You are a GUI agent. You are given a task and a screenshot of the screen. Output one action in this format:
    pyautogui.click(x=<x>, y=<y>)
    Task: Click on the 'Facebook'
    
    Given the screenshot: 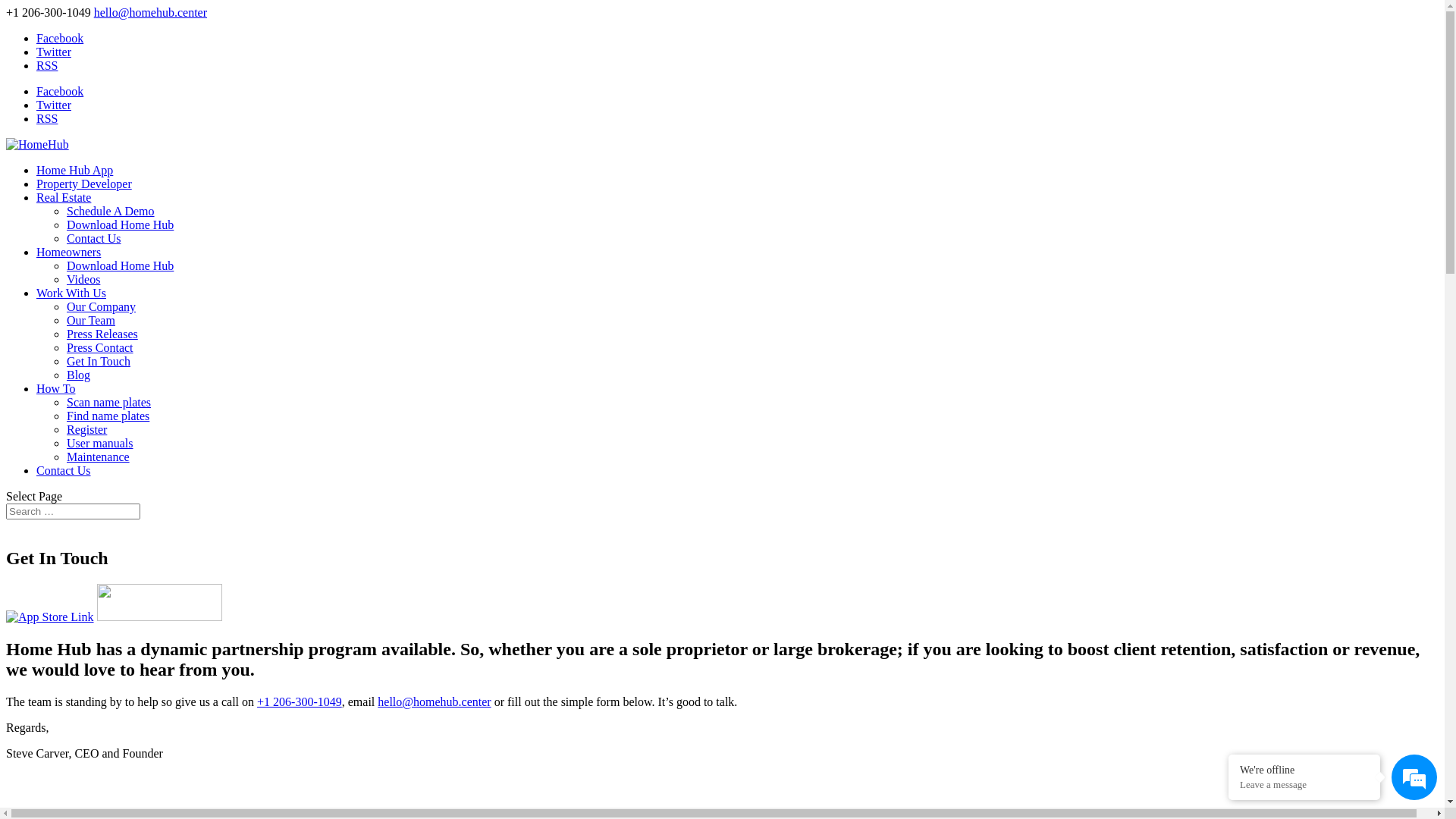 What is the action you would take?
    pyautogui.click(x=36, y=91)
    